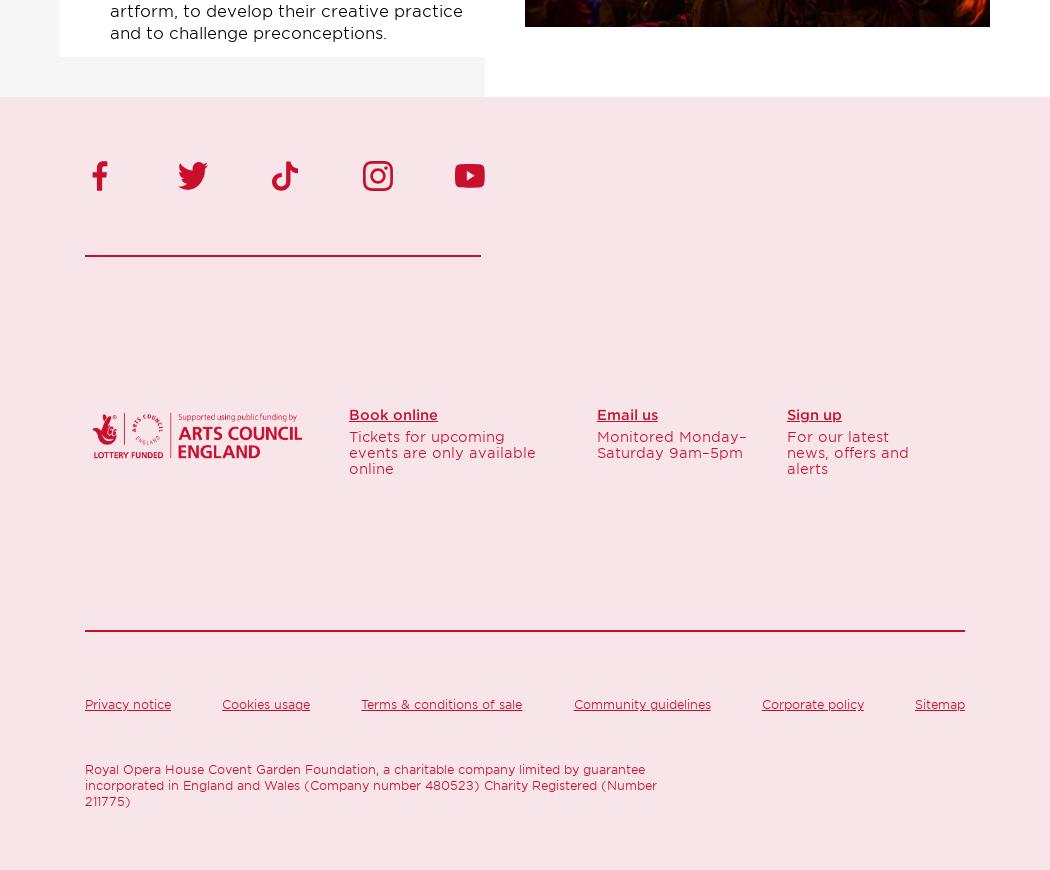 Image resolution: width=1050 pixels, height=870 pixels. What do you see at coordinates (441, 452) in the screenshot?
I see `'Tickets for upcoming events are only available online'` at bounding box center [441, 452].